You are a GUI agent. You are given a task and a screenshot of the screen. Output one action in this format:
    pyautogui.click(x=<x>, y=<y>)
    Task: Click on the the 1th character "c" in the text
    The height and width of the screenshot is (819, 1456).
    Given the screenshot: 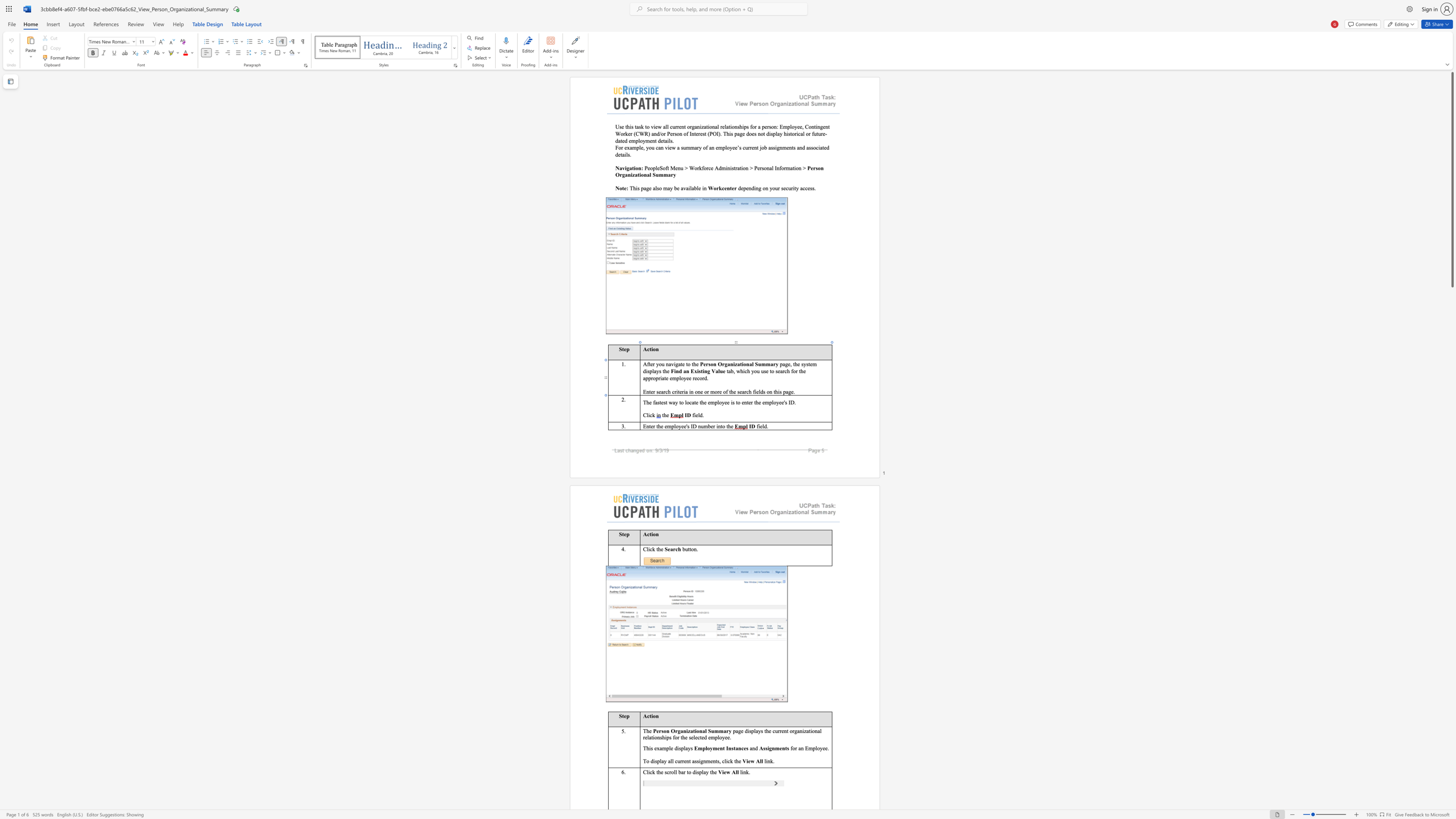 What is the action you would take?
    pyautogui.click(x=676, y=761)
    